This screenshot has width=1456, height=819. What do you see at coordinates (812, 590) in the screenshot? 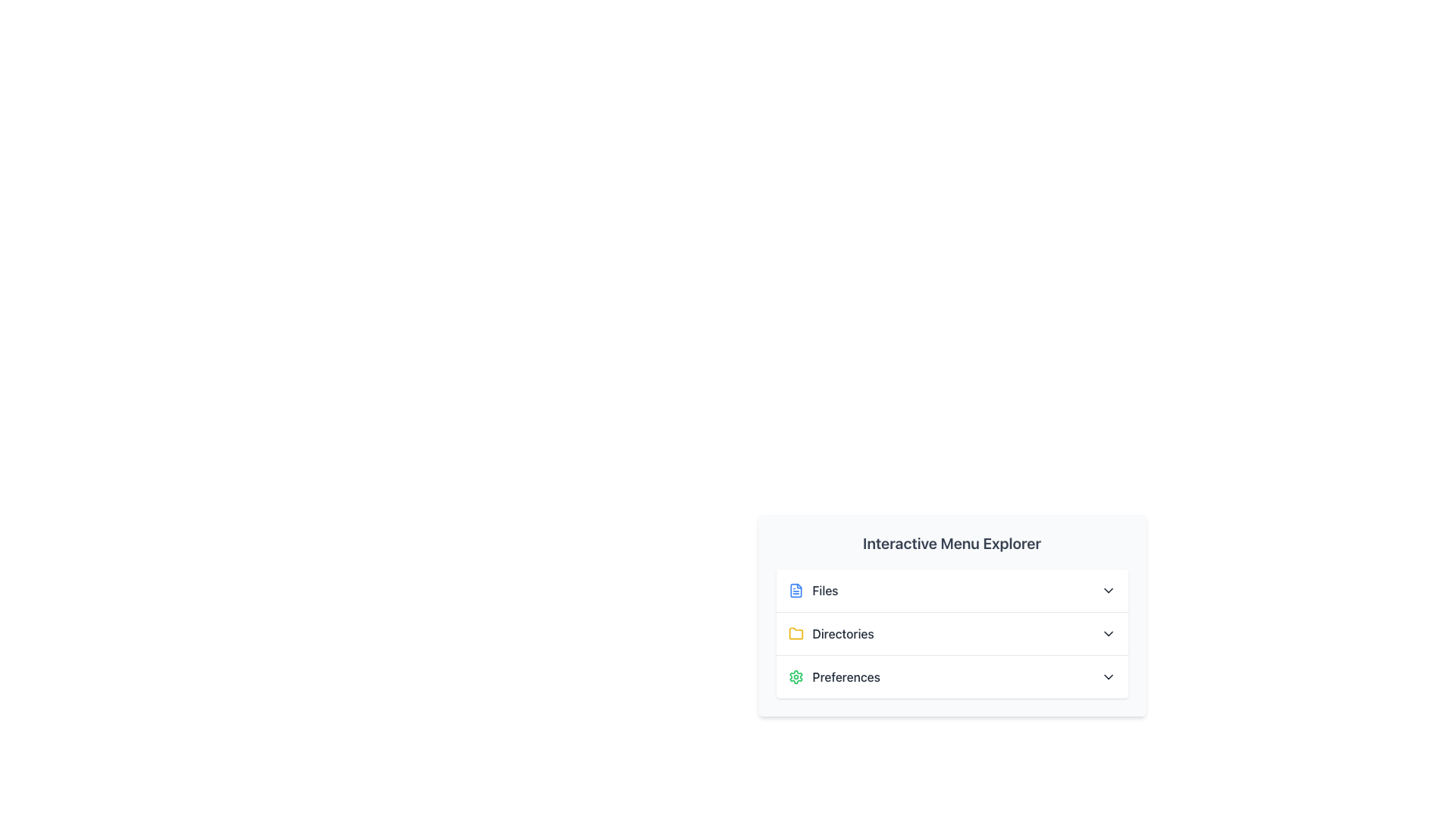
I see `the first menu option with icon and label under 'Interactive Menu Explorer'` at bounding box center [812, 590].